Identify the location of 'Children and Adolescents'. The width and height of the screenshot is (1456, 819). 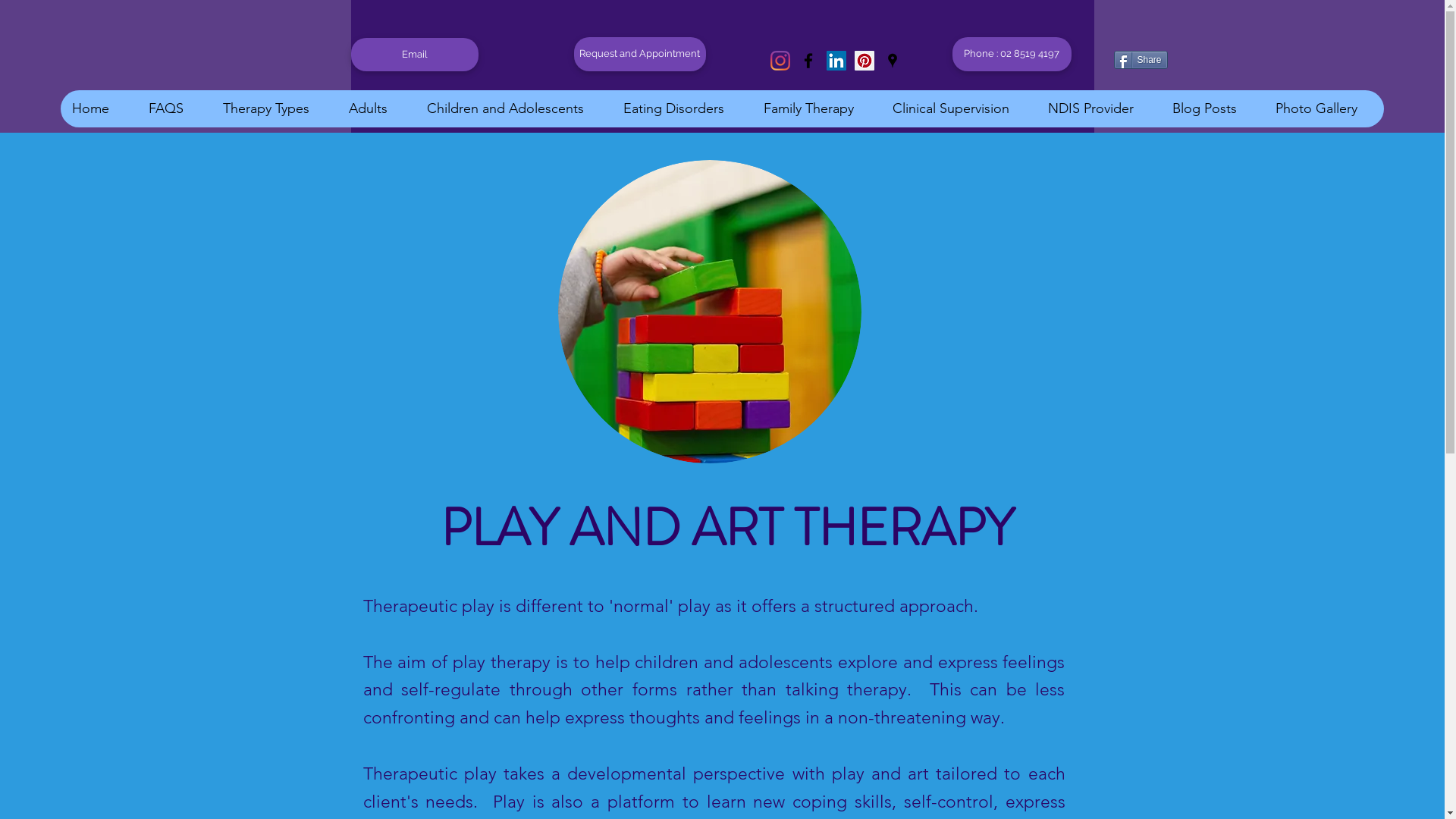
(513, 108).